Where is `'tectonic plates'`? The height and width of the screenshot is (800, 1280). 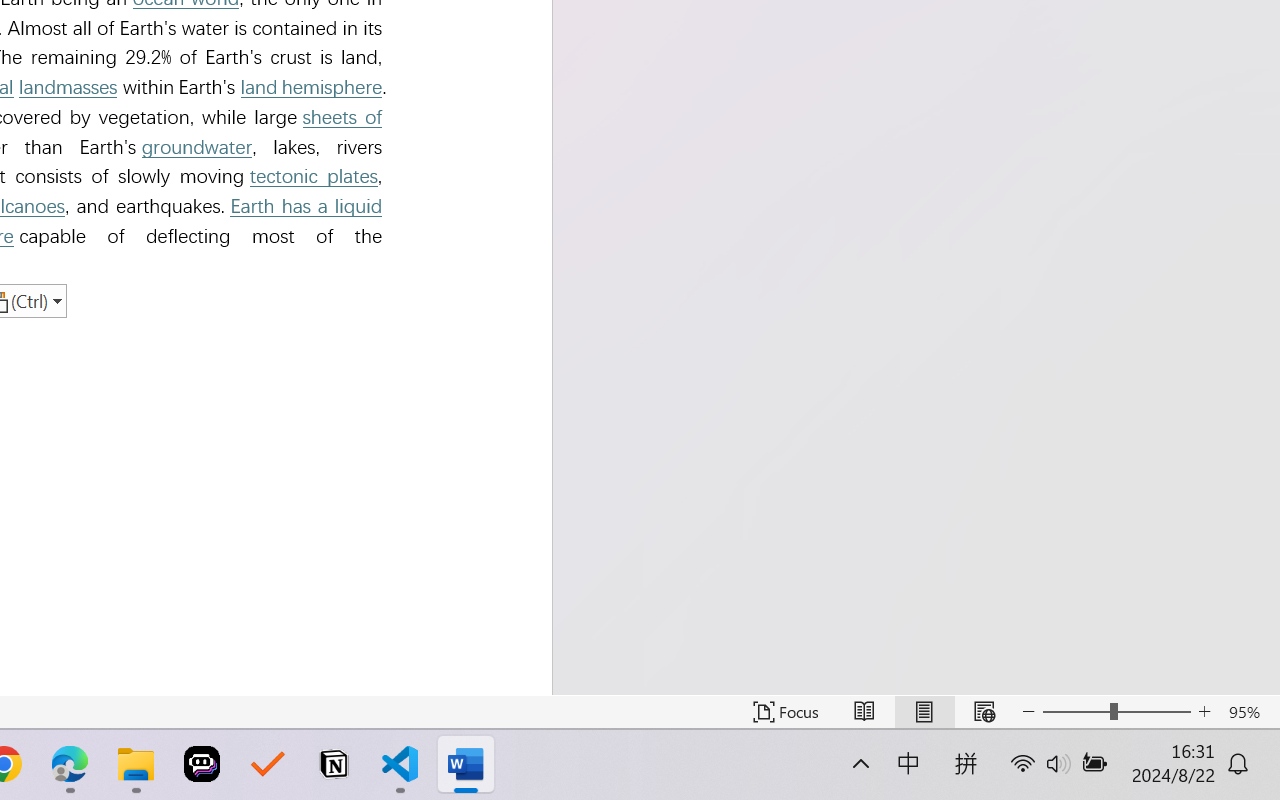 'tectonic plates' is located at coordinates (312, 175).